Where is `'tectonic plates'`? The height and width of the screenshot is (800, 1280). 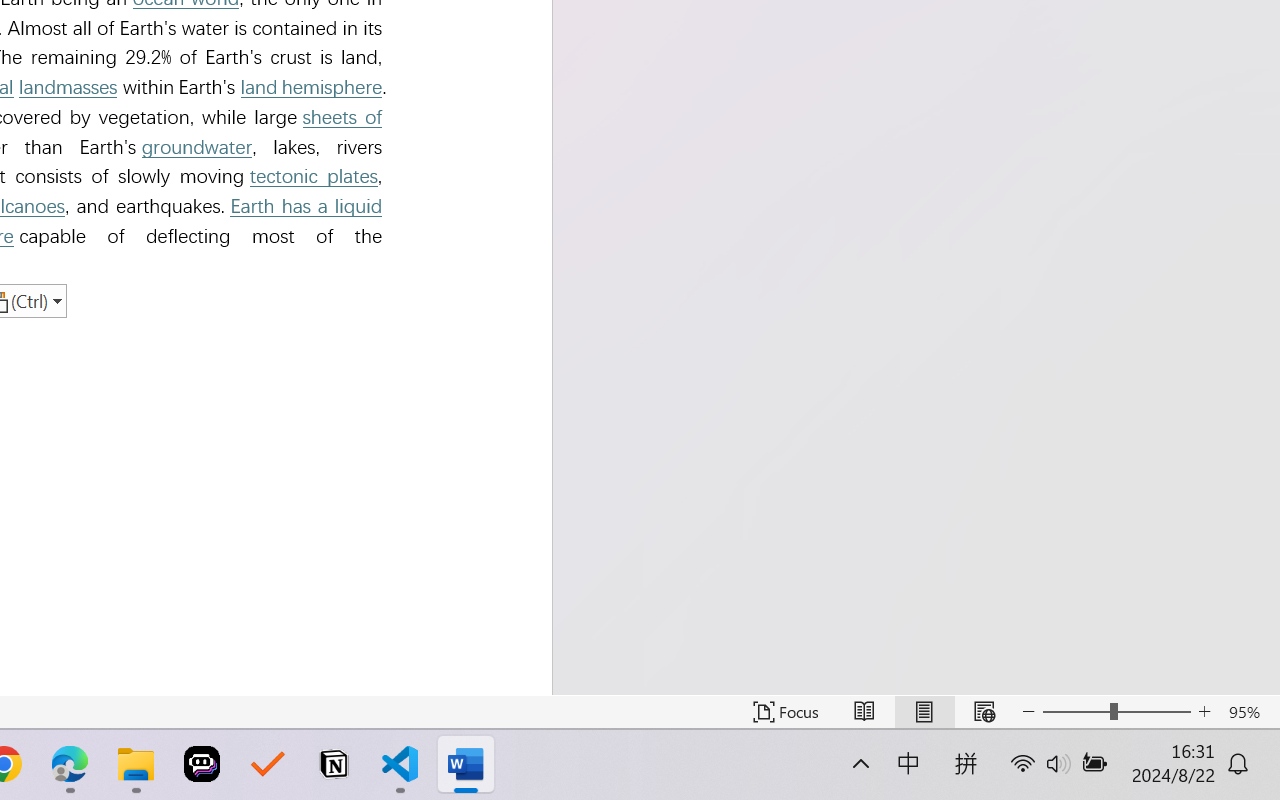 'tectonic plates' is located at coordinates (312, 175).